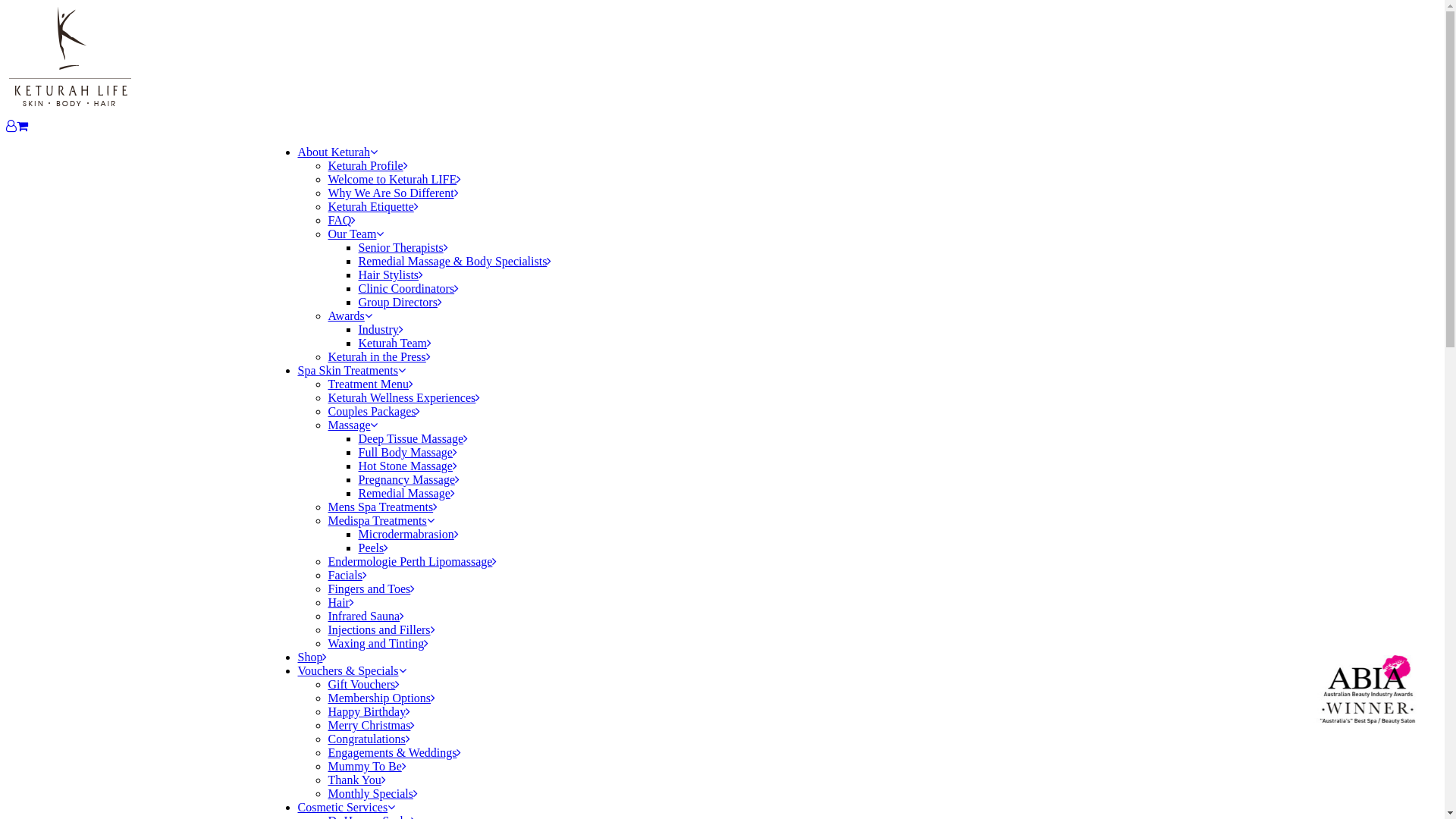 This screenshot has height=819, width=1456. What do you see at coordinates (371, 588) in the screenshot?
I see `'Fingers and Toes'` at bounding box center [371, 588].